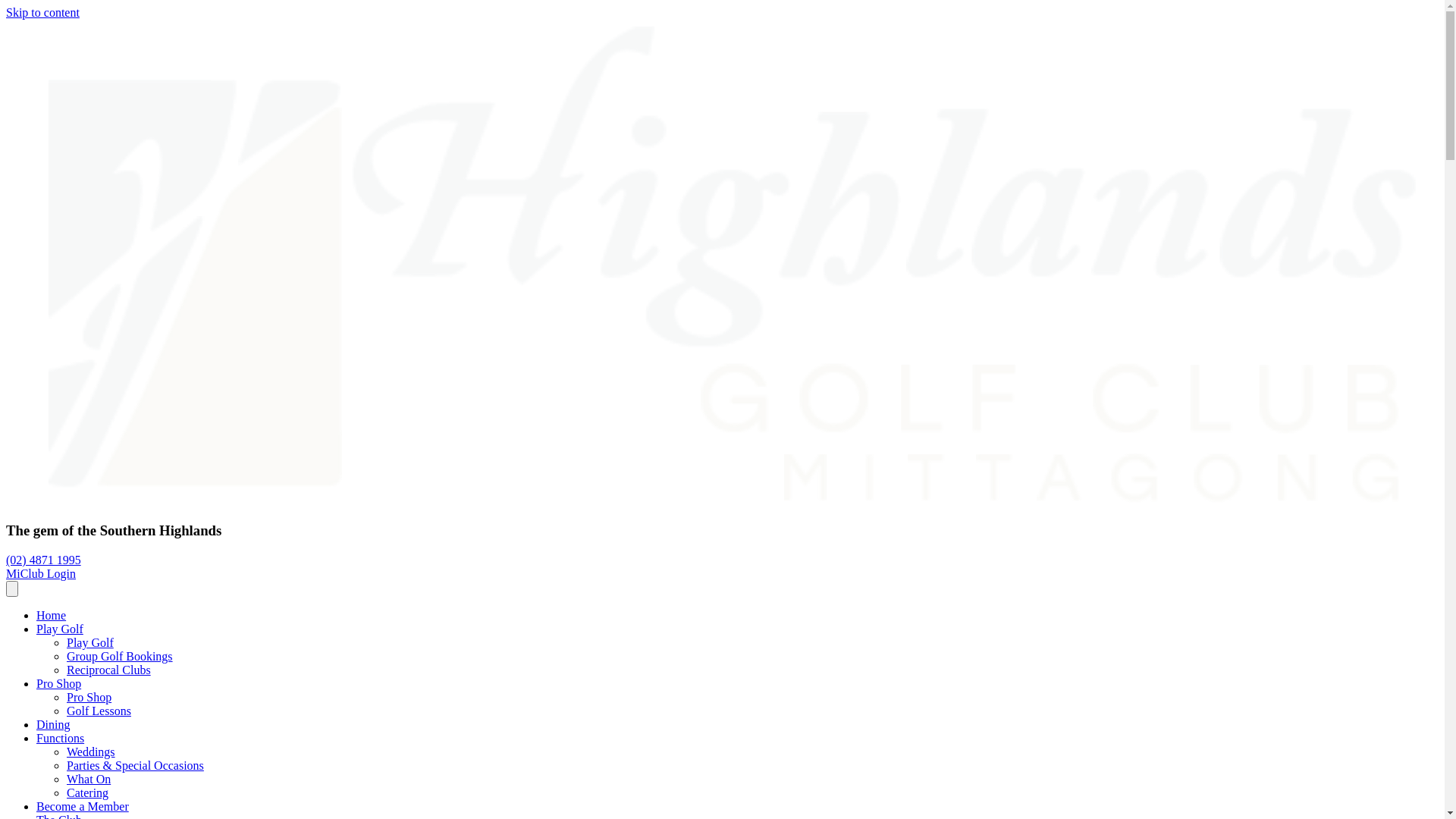 This screenshot has width=1456, height=819. I want to click on 'Play Golf', so click(59, 629).